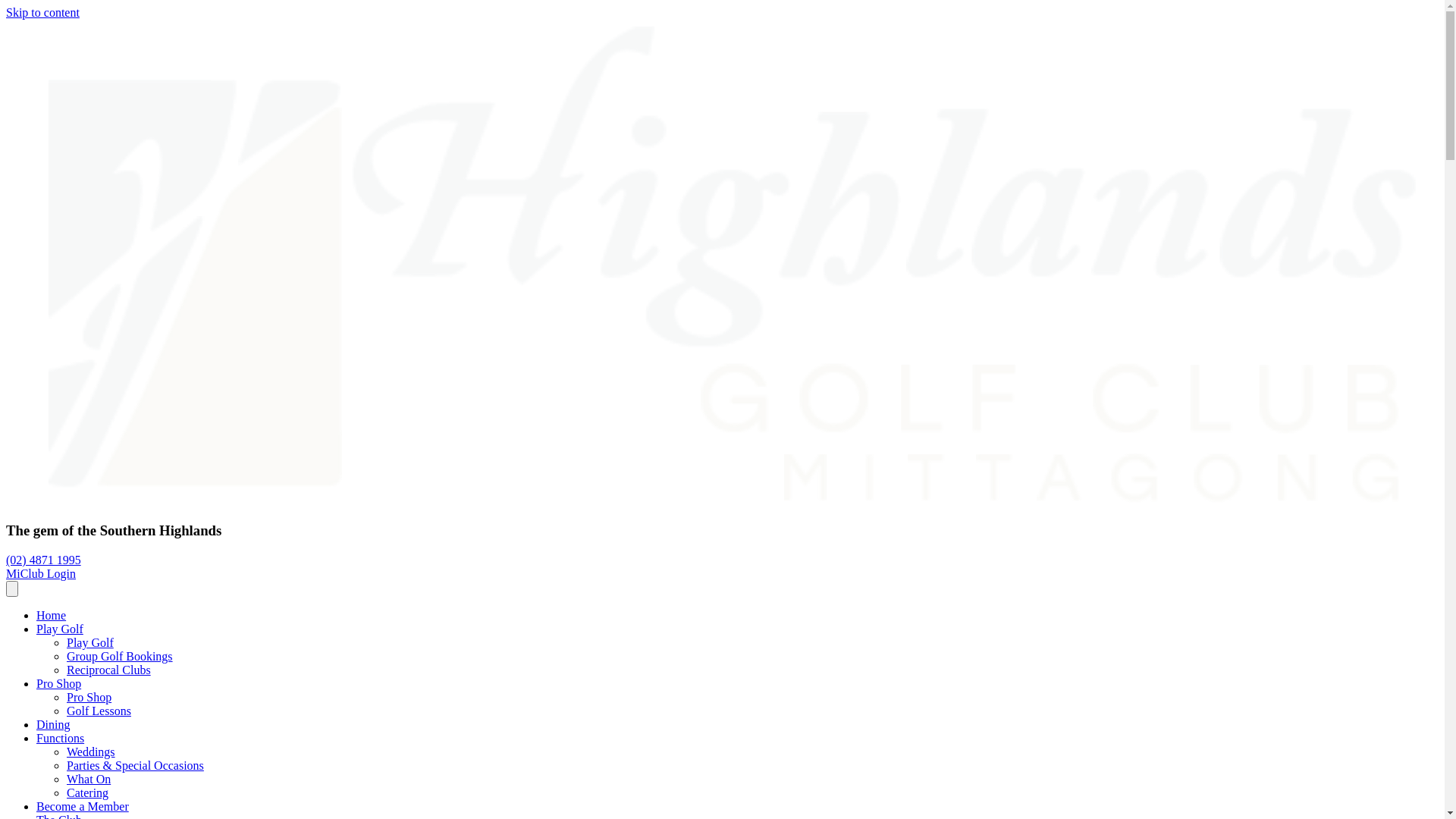 This screenshot has width=1456, height=819. I want to click on 'Play Golf', so click(59, 629).